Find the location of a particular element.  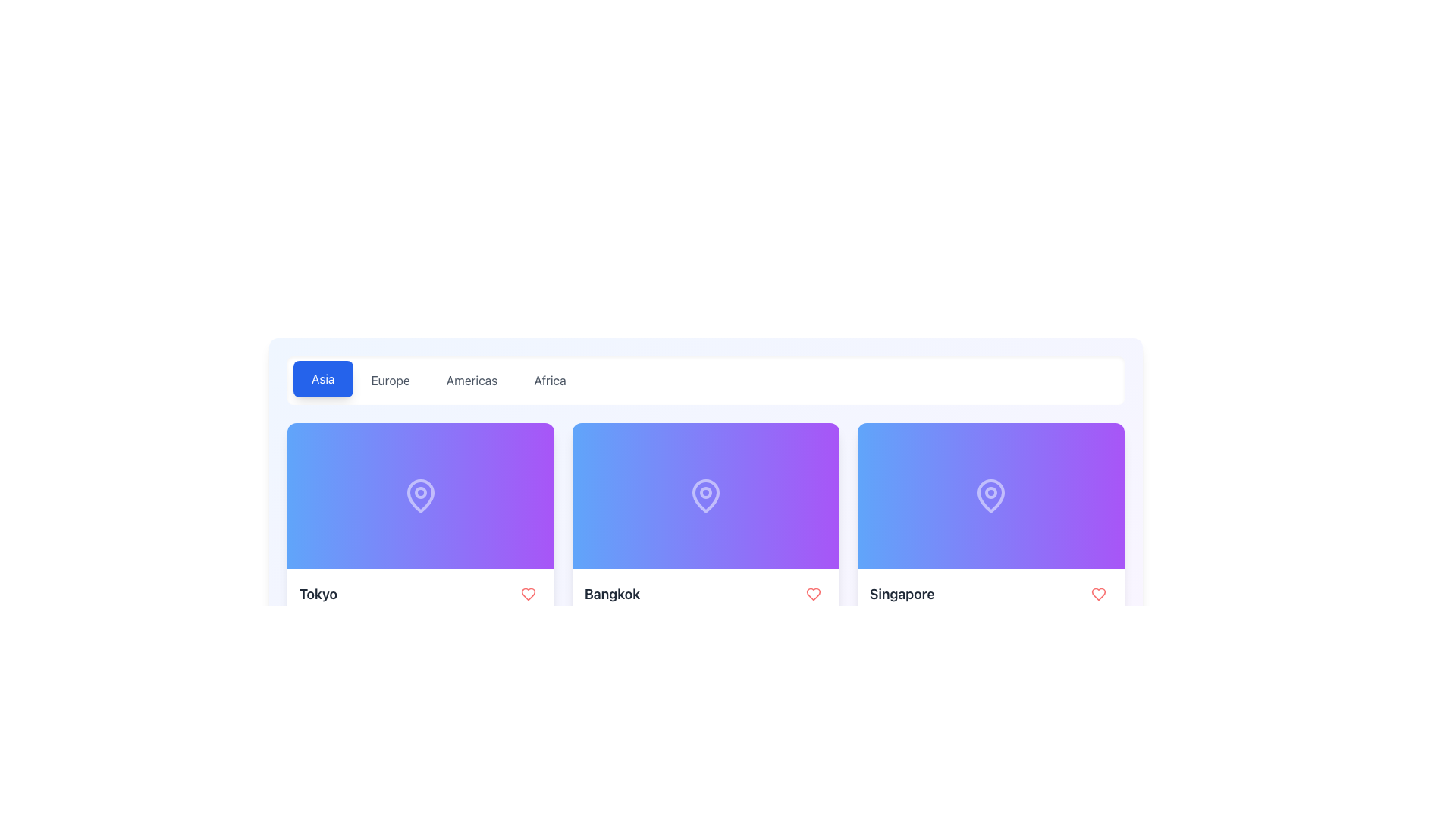

the map pin icon located in the 'Bangkok' card, which features a pointed bottom and an inner circular form, styled in a light color against a gradient background of blue and purple is located at coordinates (705, 494).